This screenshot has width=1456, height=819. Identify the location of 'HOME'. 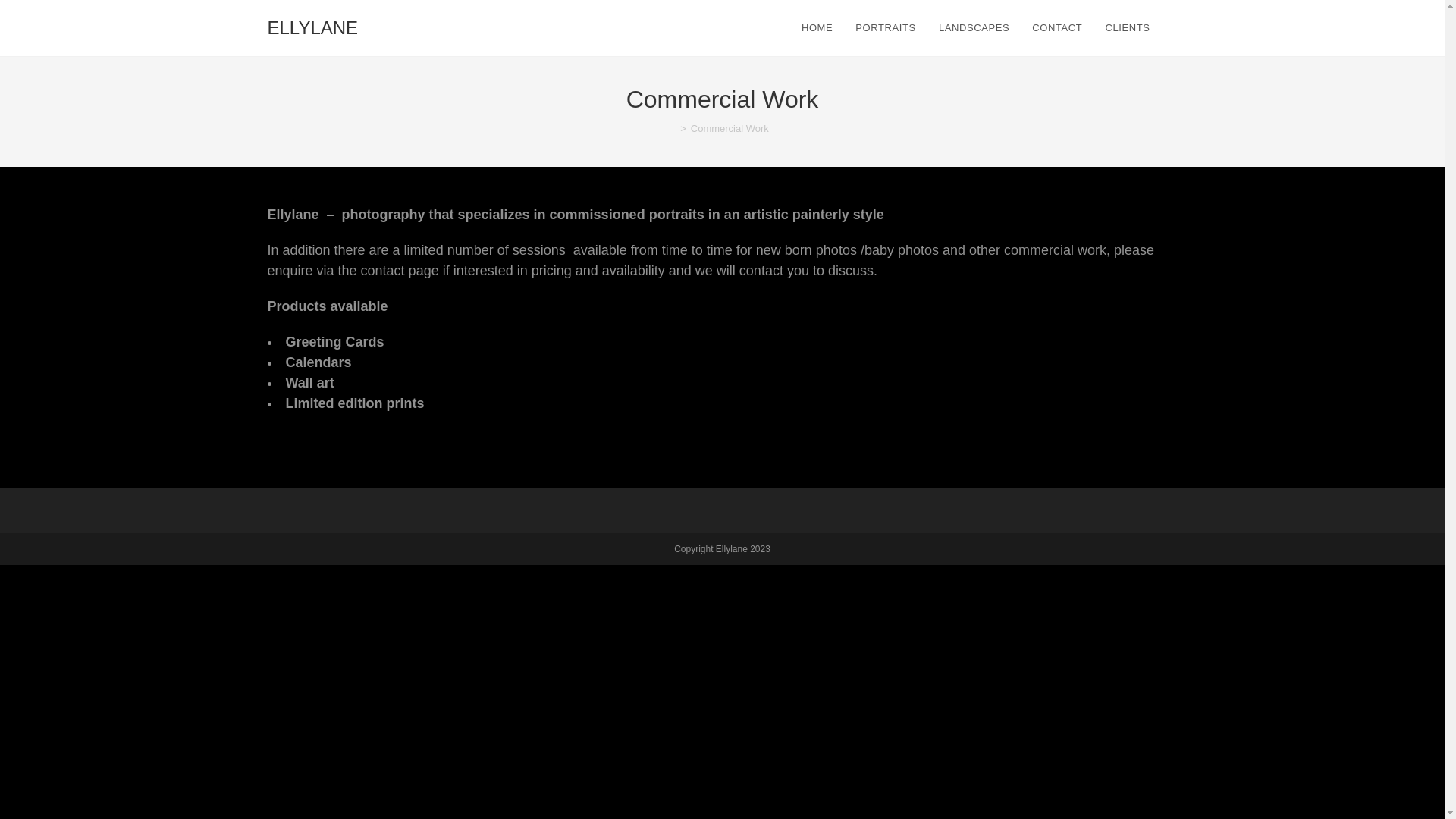
(816, 28).